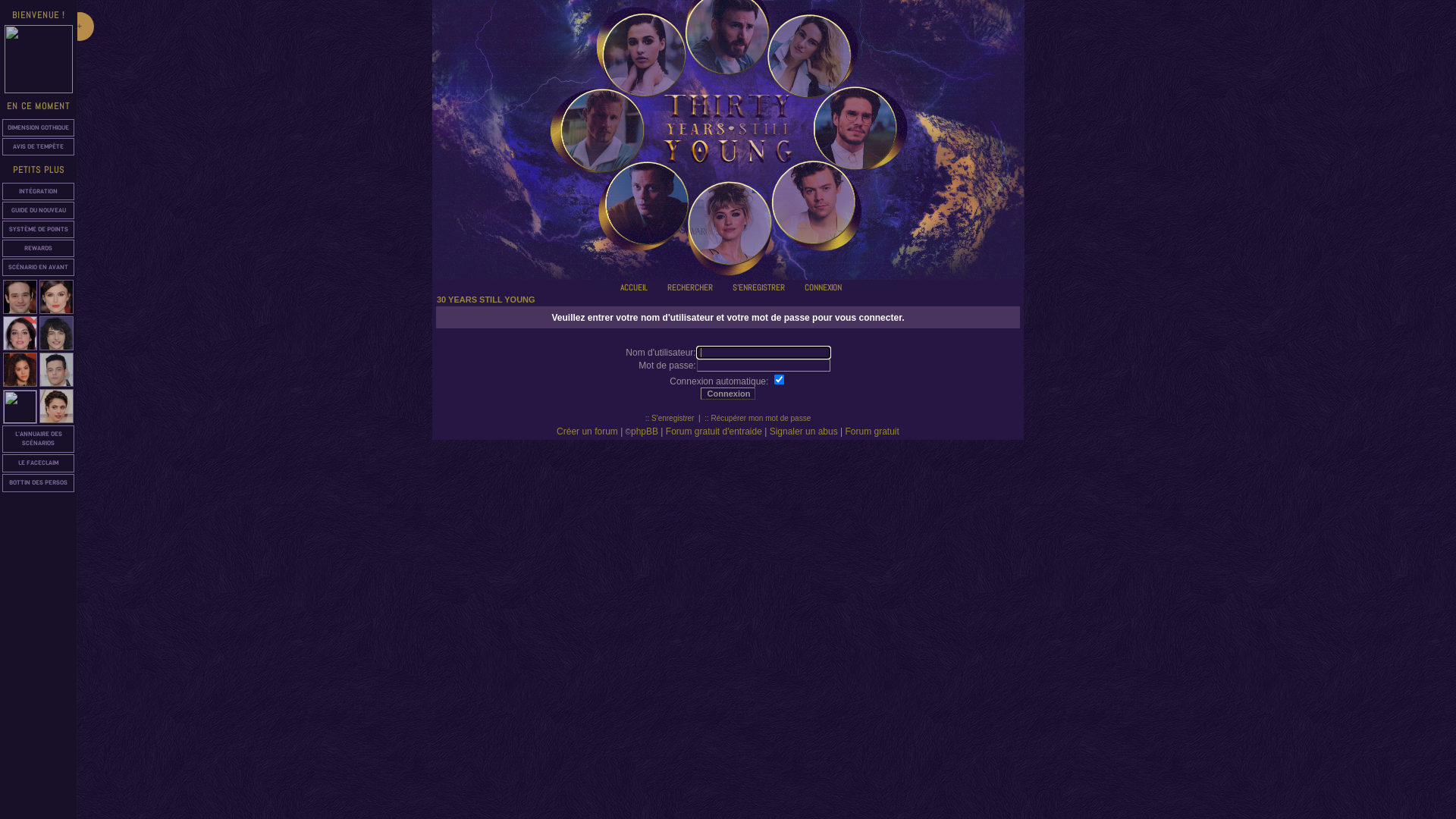 This screenshot has height=819, width=1456. I want to click on '30 YEARS STILL YOUNG', so click(436, 299).